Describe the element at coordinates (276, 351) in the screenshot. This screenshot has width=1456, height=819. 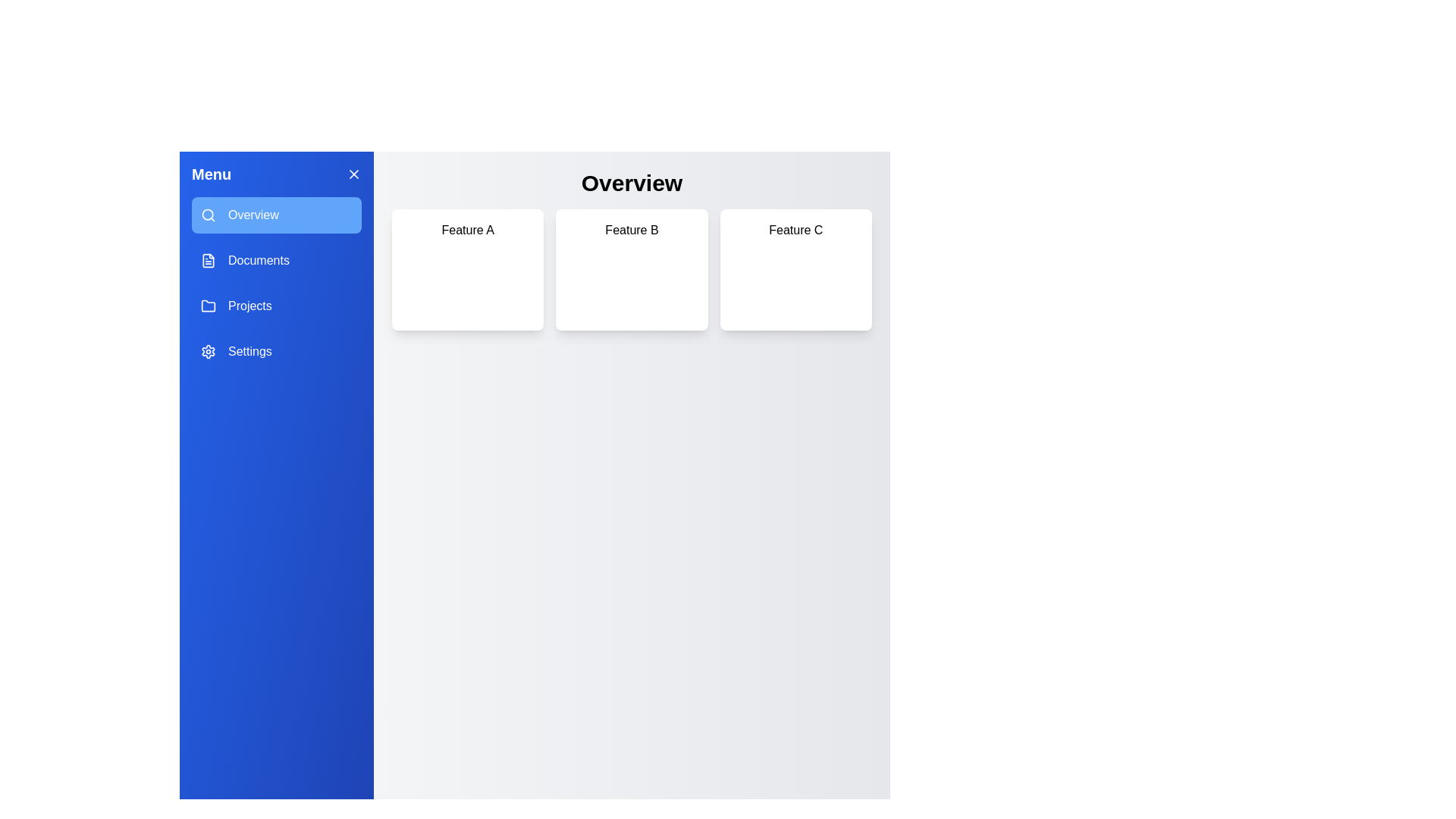
I see `the Settings tab by clicking on its corresponding button in the drawer menu` at that location.